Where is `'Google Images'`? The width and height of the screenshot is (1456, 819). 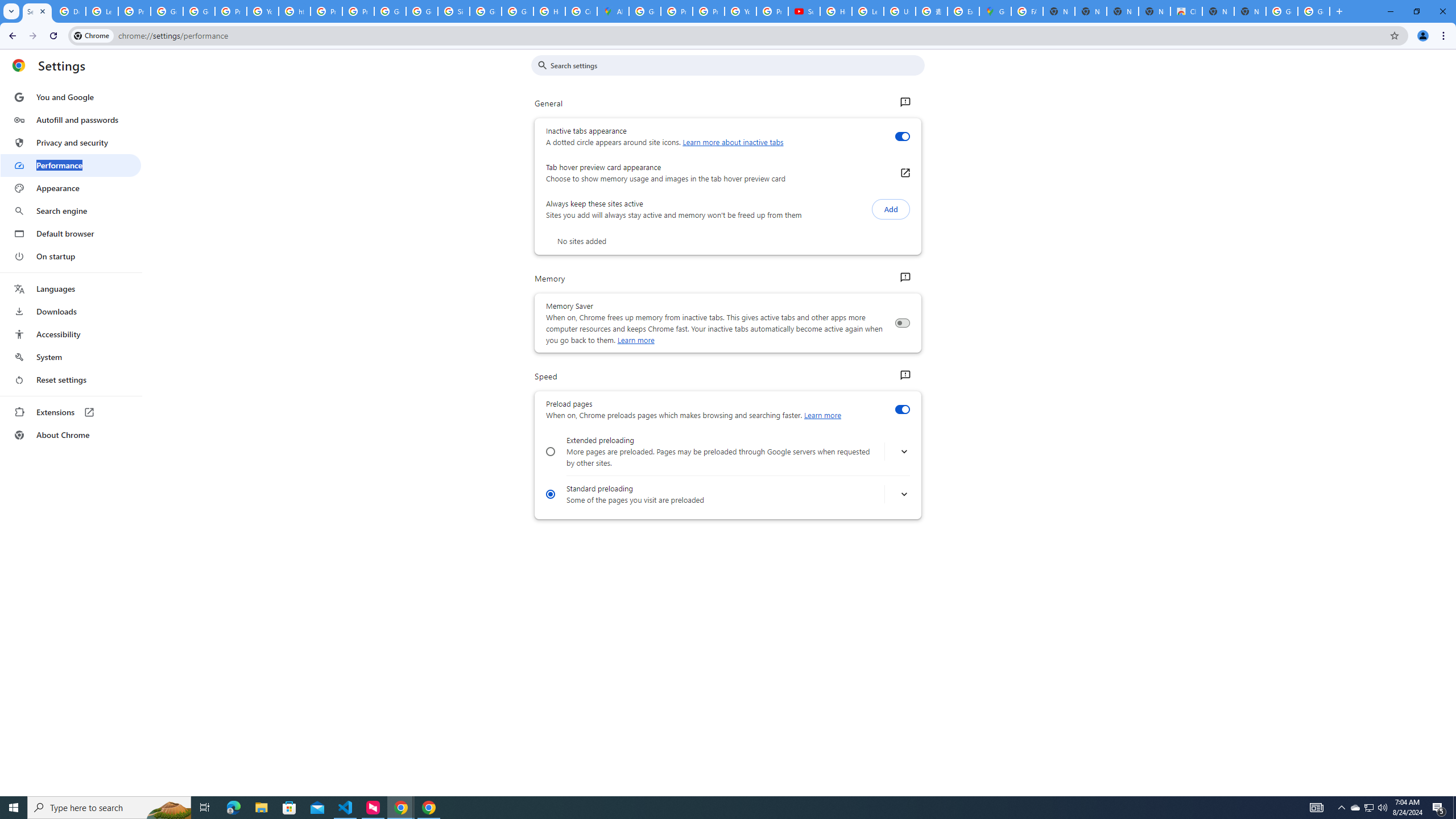
'Google Images' is located at coordinates (1314, 11).